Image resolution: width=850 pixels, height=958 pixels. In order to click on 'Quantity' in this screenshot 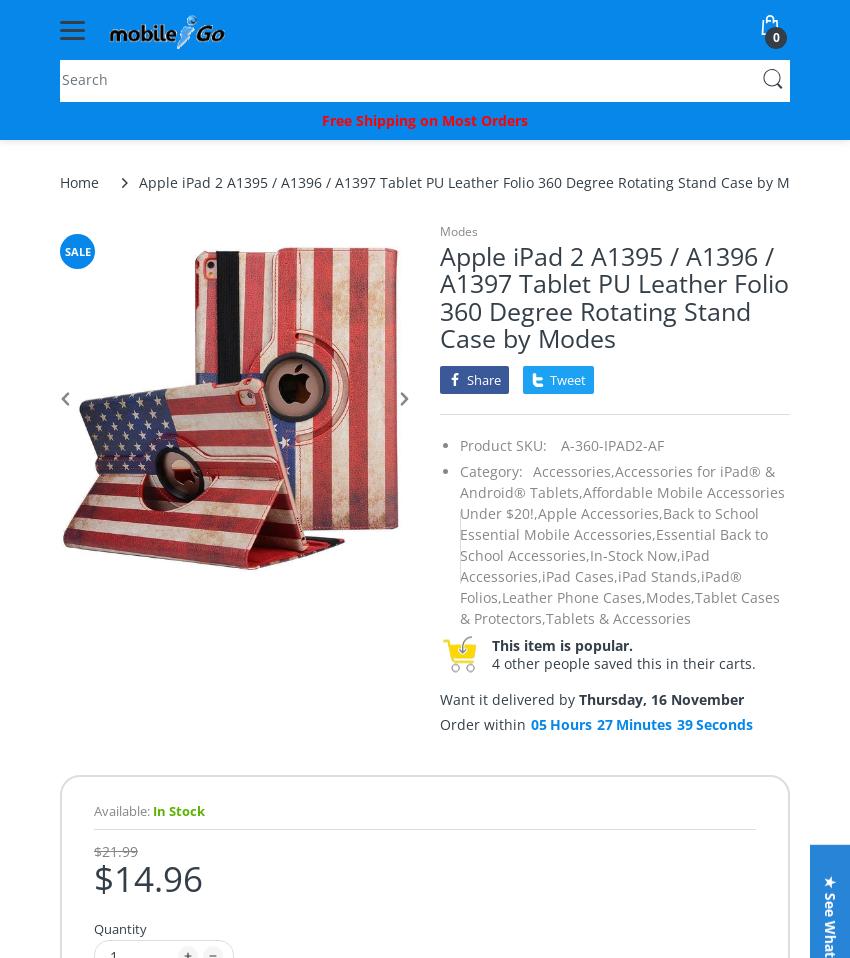, I will do `click(119, 928)`.